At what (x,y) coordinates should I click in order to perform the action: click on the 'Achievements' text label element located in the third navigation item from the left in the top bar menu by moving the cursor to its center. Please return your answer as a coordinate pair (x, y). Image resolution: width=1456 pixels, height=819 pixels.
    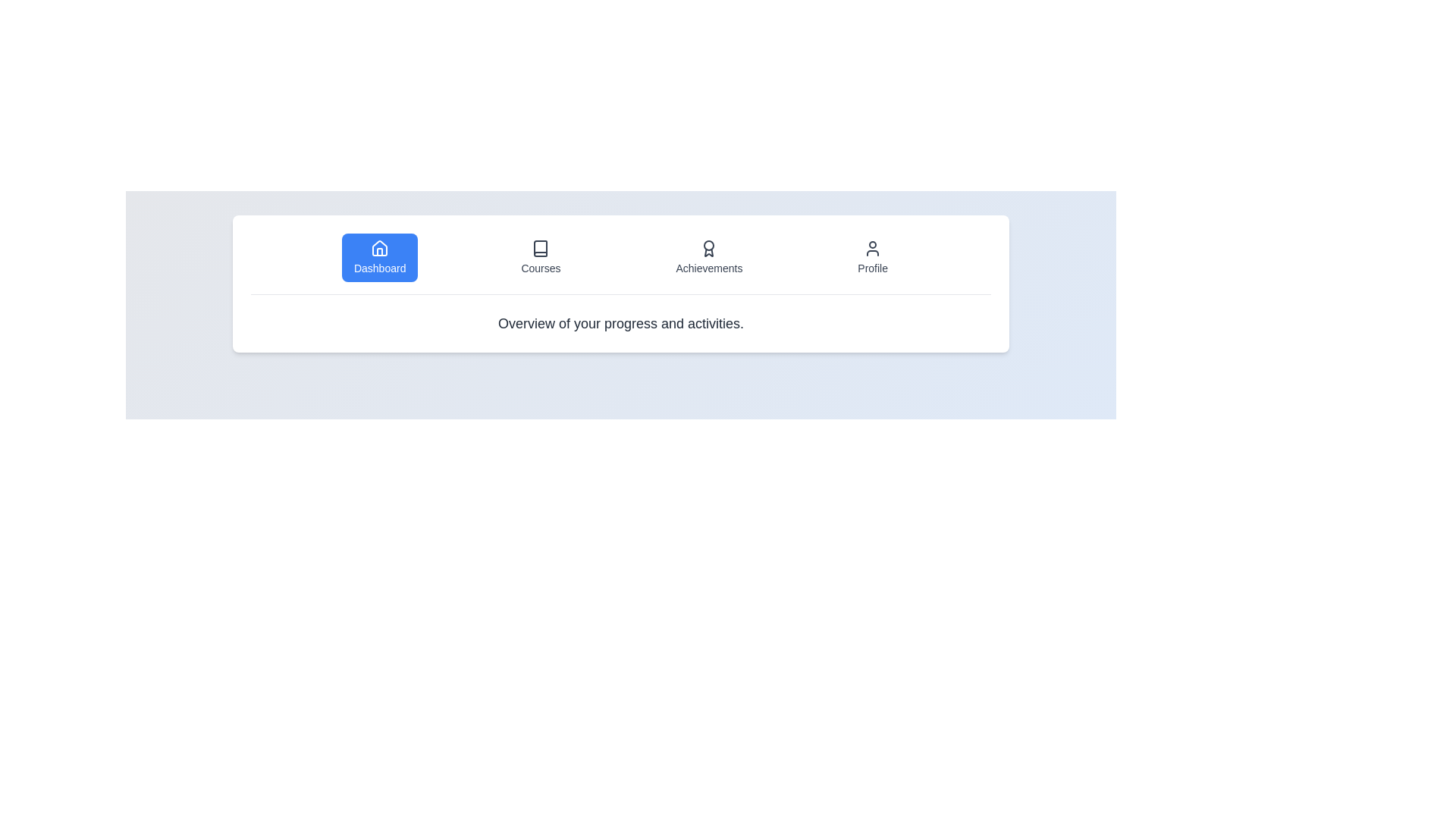
    Looking at the image, I should click on (708, 268).